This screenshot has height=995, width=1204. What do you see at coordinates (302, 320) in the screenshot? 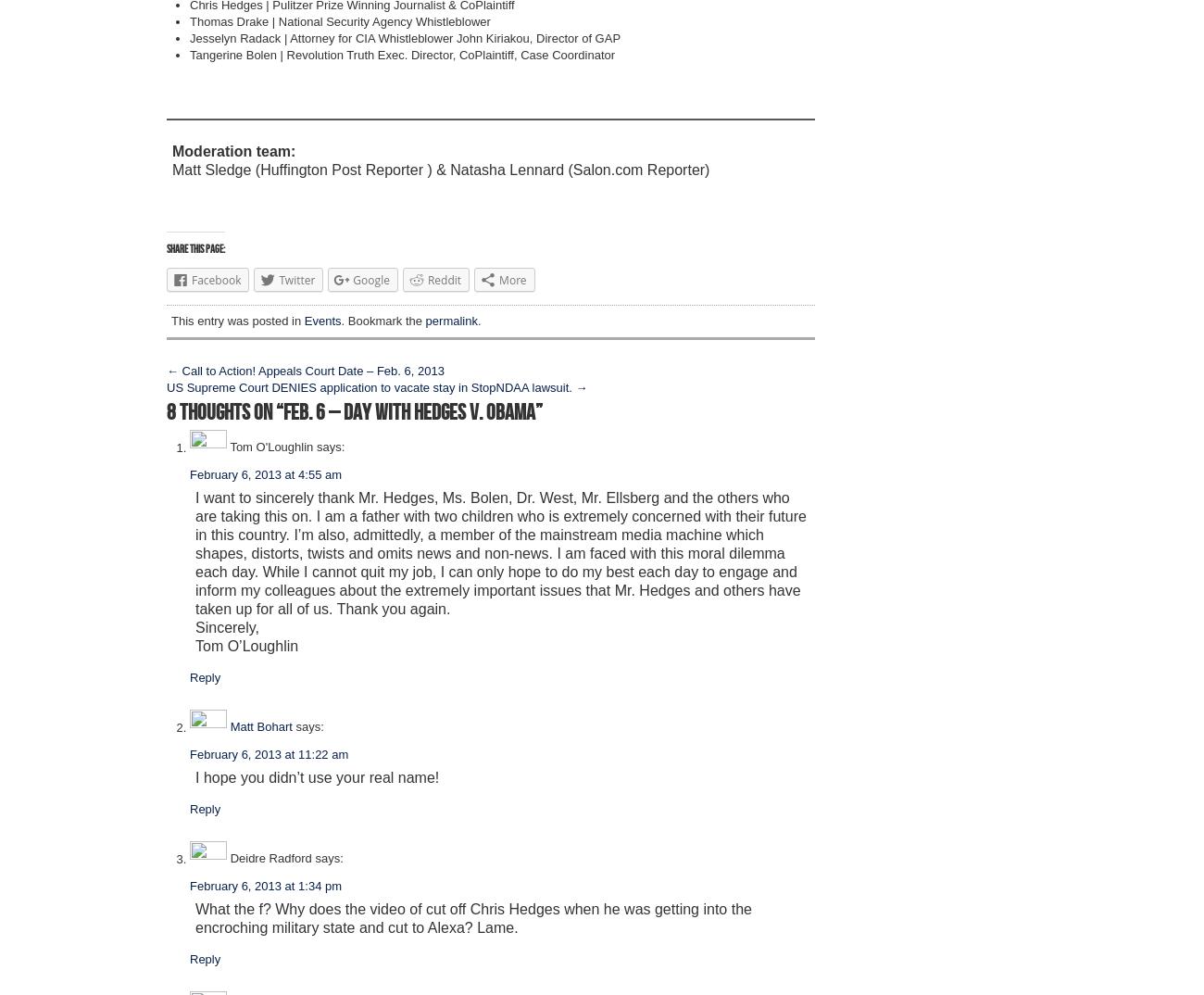
I see `'Events'` at bounding box center [302, 320].